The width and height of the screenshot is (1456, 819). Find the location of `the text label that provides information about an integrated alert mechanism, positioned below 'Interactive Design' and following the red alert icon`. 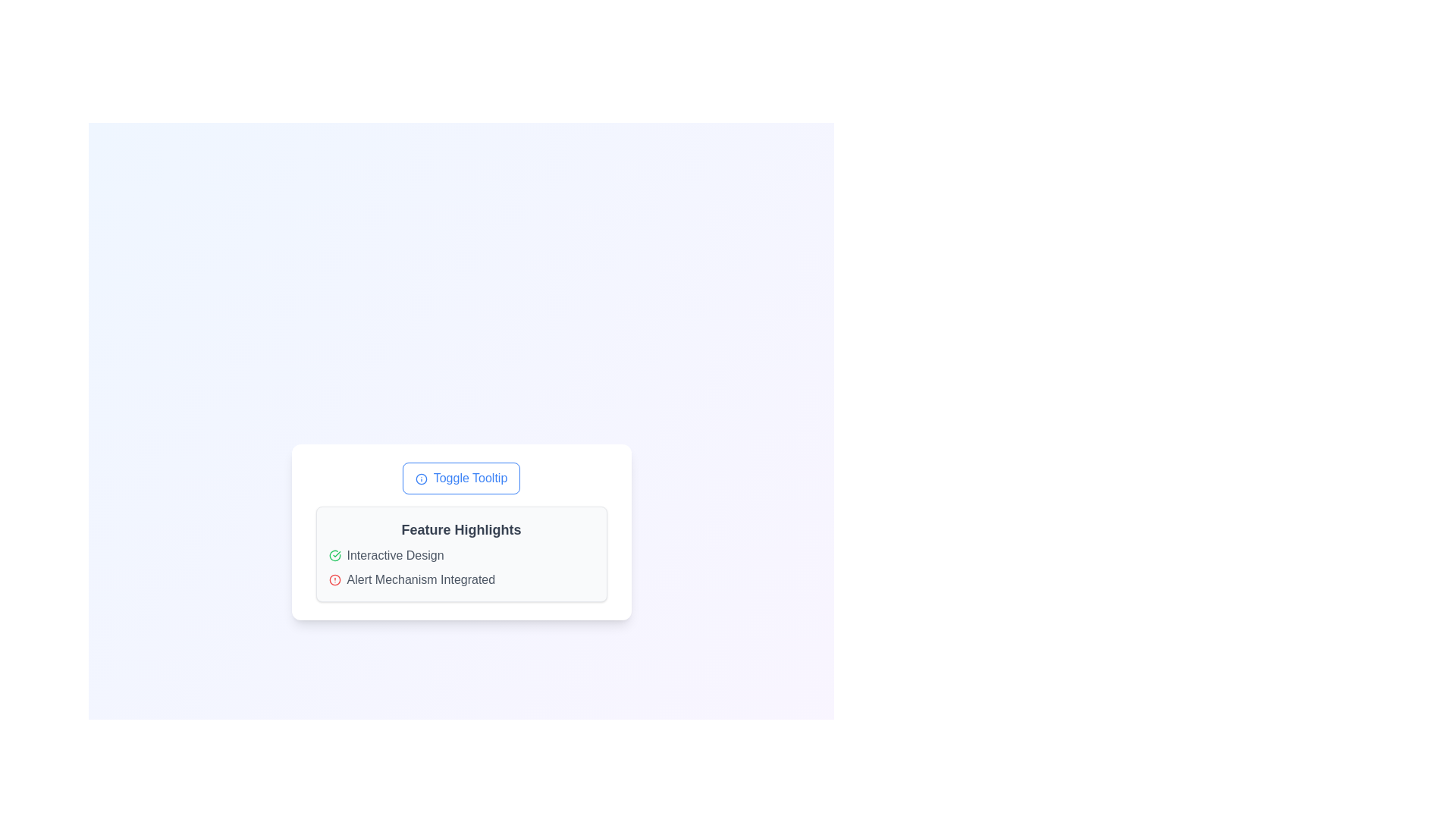

the text label that provides information about an integrated alert mechanism, positioned below 'Interactive Design' and following the red alert icon is located at coordinates (421, 579).